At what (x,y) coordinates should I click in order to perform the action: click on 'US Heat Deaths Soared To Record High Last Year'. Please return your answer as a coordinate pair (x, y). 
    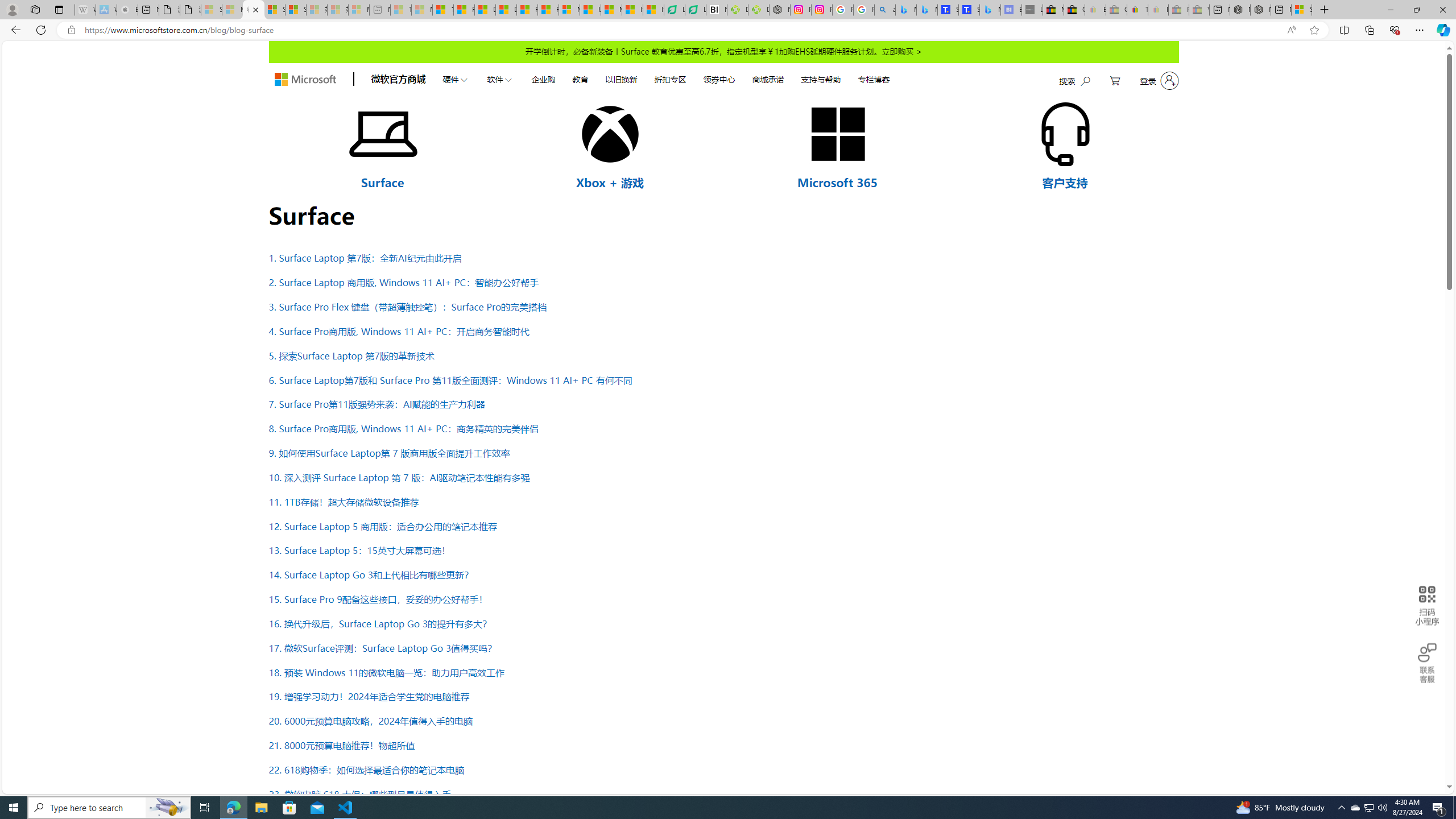
    Looking at the image, I should click on (590, 9).